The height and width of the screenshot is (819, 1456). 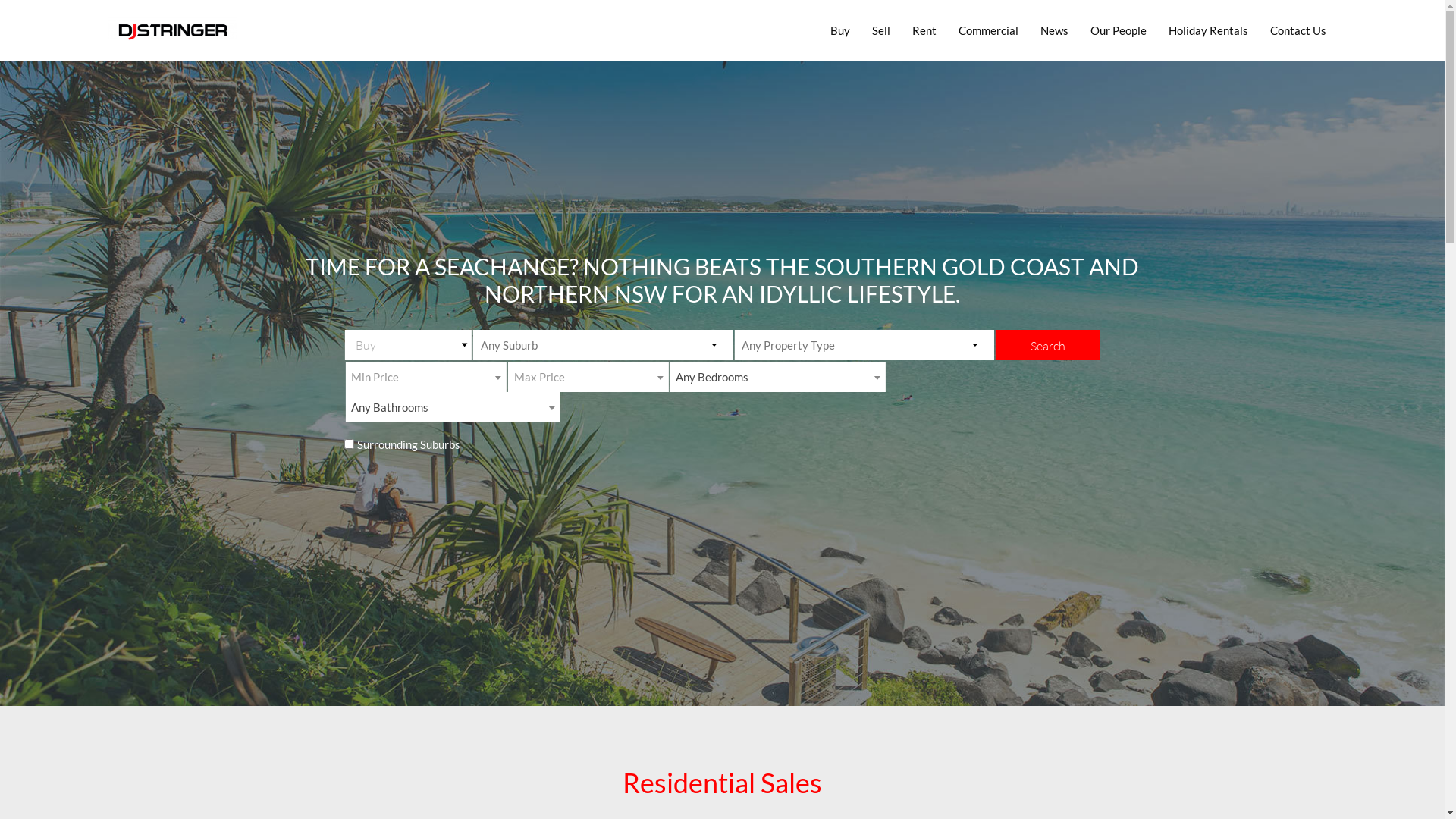 I want to click on 'Rent', so click(x=924, y=30).